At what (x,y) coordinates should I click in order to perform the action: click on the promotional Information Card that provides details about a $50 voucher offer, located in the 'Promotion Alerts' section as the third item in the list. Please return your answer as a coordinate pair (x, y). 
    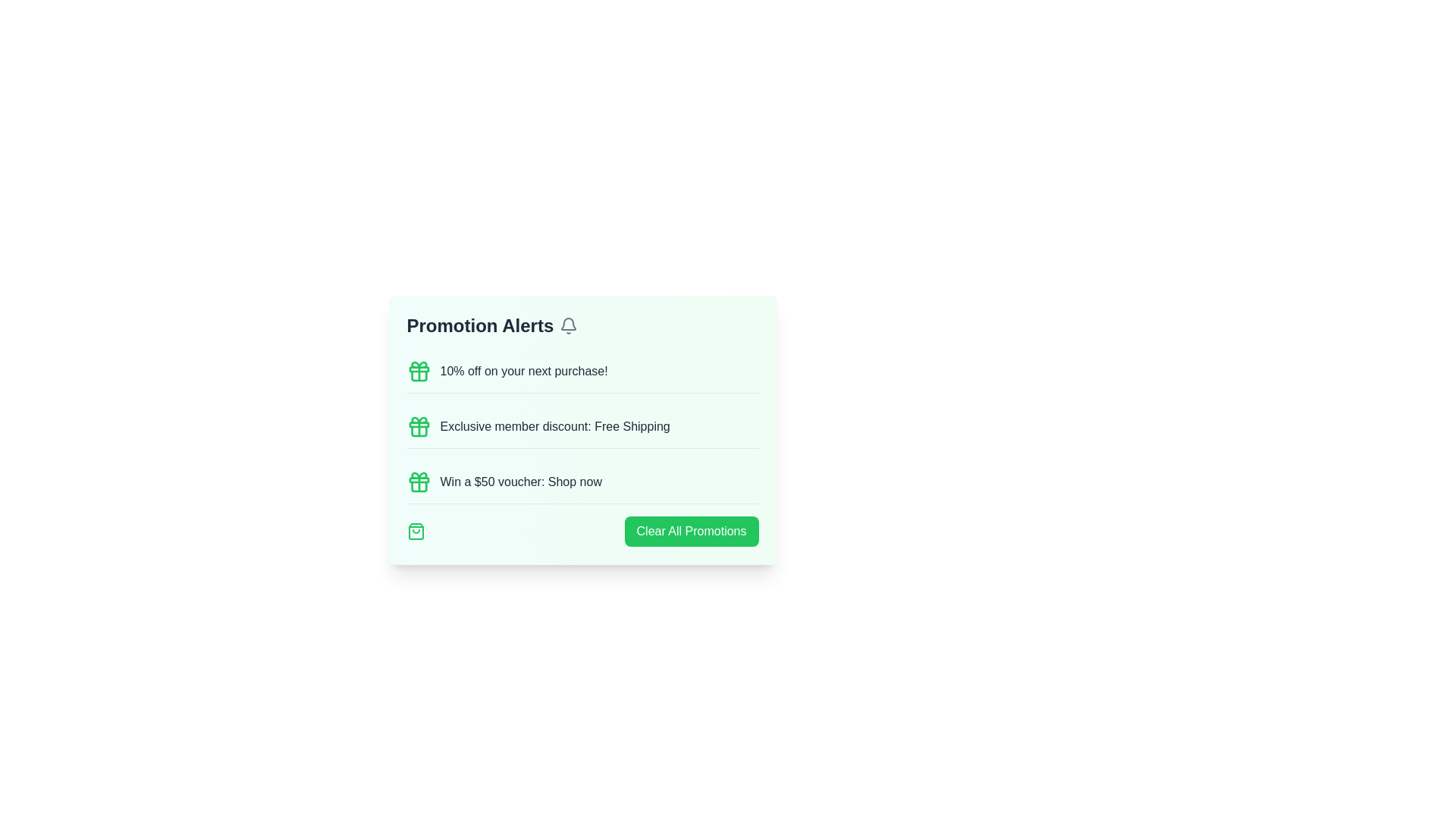
    Looking at the image, I should click on (582, 482).